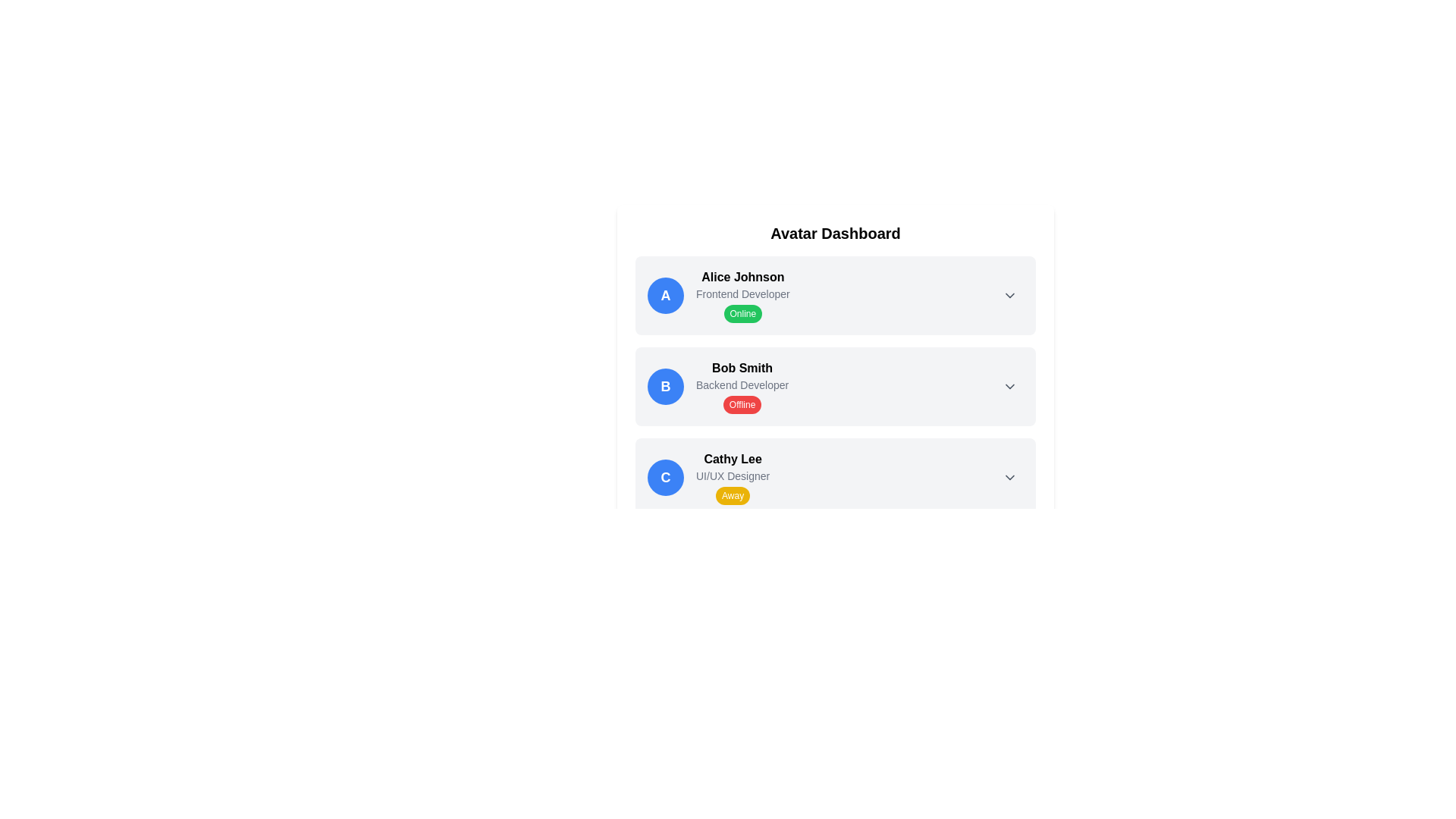  I want to click on the circular badge with a bold white letter 'B' on a blue background, located to the left of the 'Bob Smith' profile entry, so click(666, 385).